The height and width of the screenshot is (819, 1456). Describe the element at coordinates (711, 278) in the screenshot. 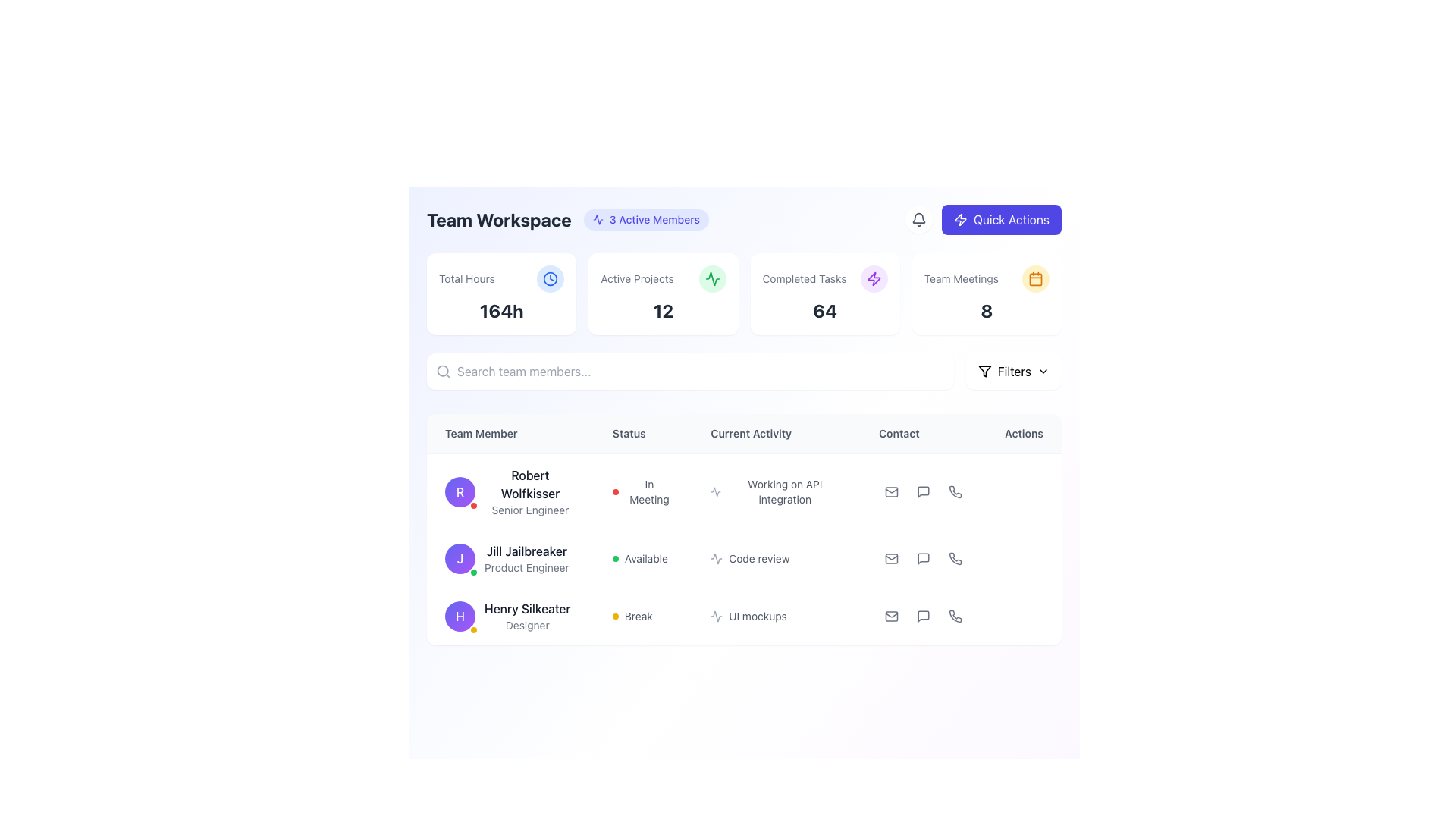

I see `the decorative icon that enhances the 'Active Projects' card in the 'Team Workspace' section, located to the right of the '12' number representing active projects` at that location.